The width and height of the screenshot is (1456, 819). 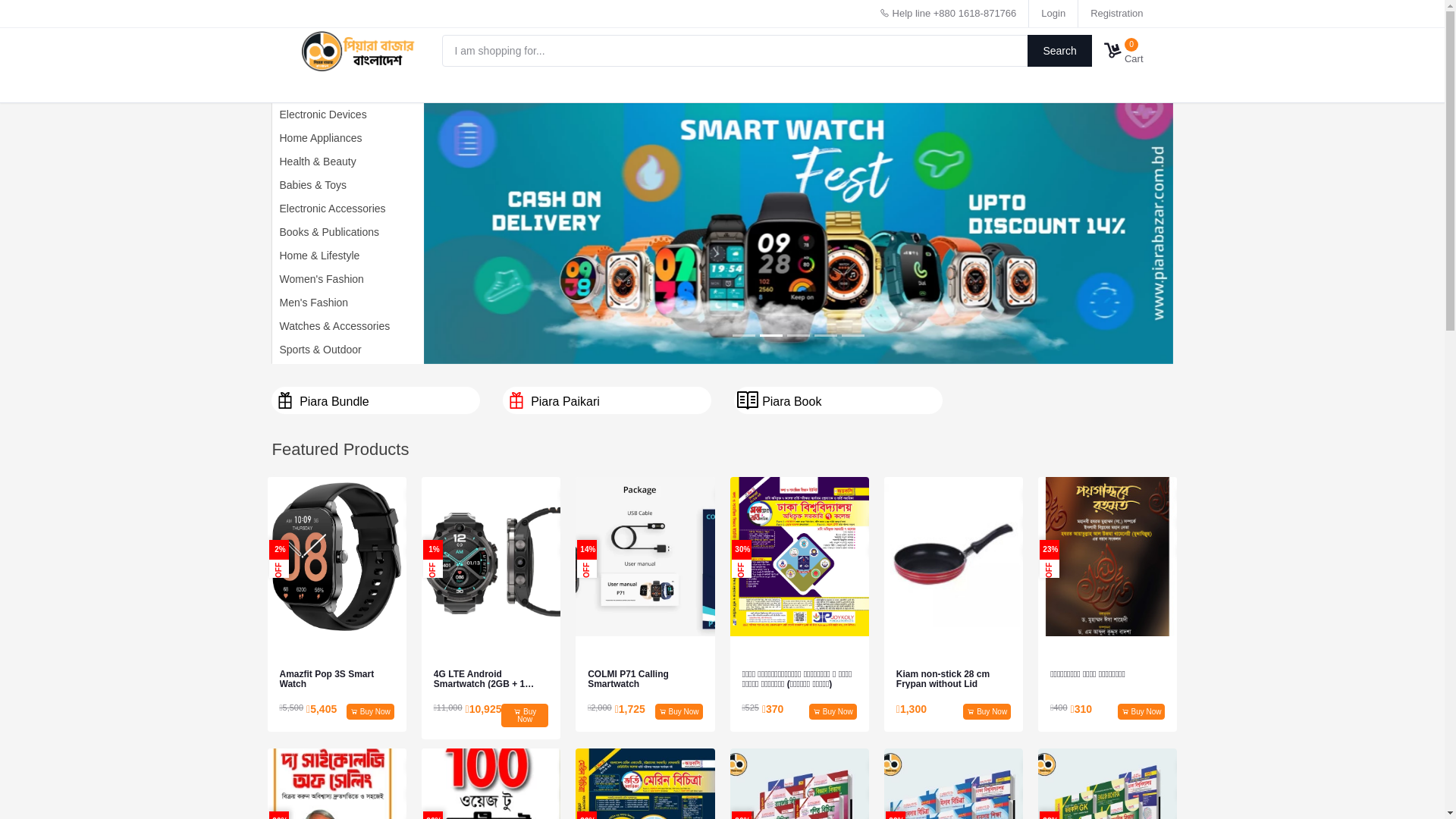 What do you see at coordinates (375, 400) in the screenshot?
I see `'Piara Bundle'` at bounding box center [375, 400].